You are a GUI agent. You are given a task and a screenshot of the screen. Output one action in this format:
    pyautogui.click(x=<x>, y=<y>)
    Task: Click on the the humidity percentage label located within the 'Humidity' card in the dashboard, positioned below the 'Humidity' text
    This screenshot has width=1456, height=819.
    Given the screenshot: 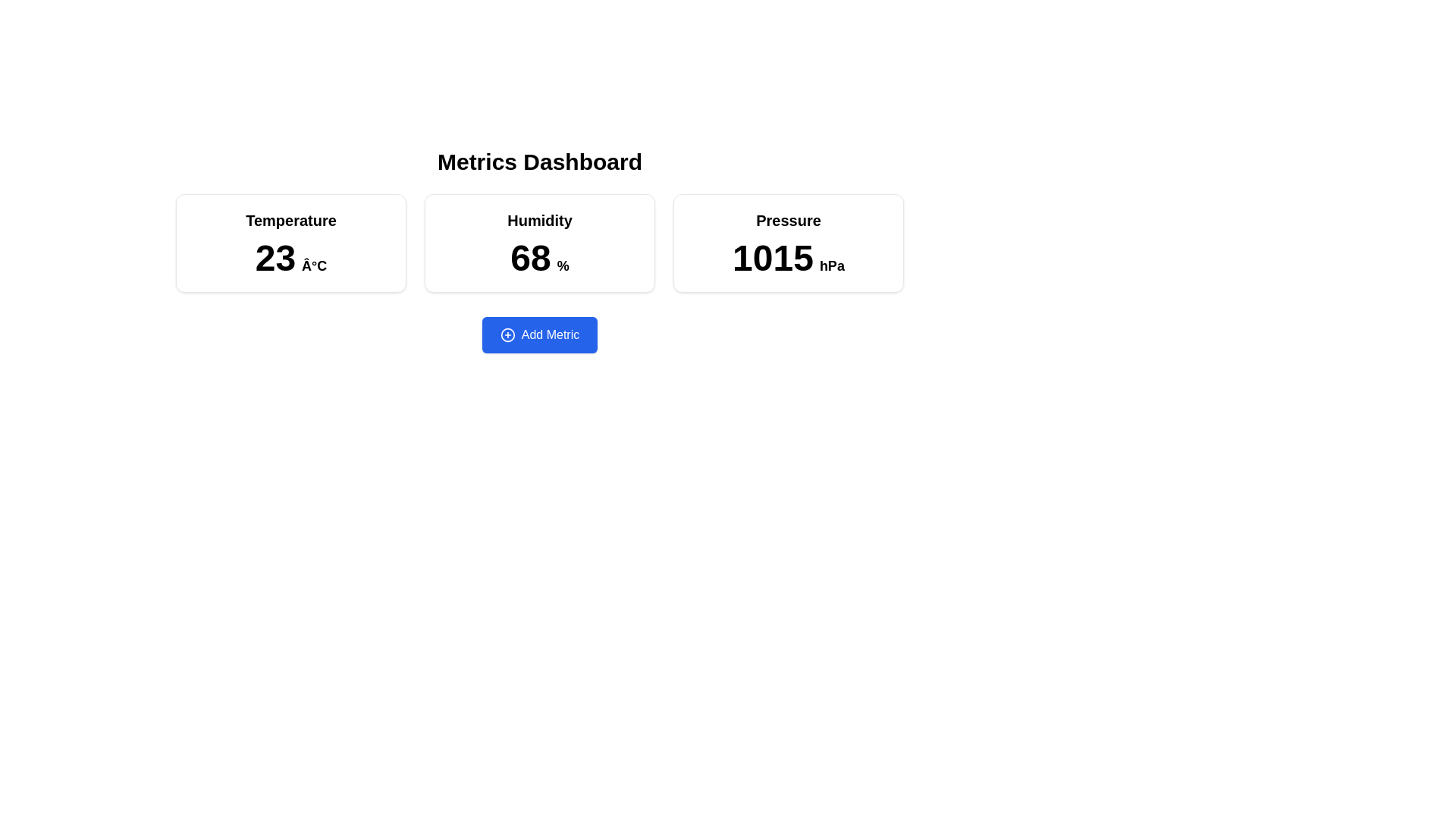 What is the action you would take?
    pyautogui.click(x=539, y=257)
    